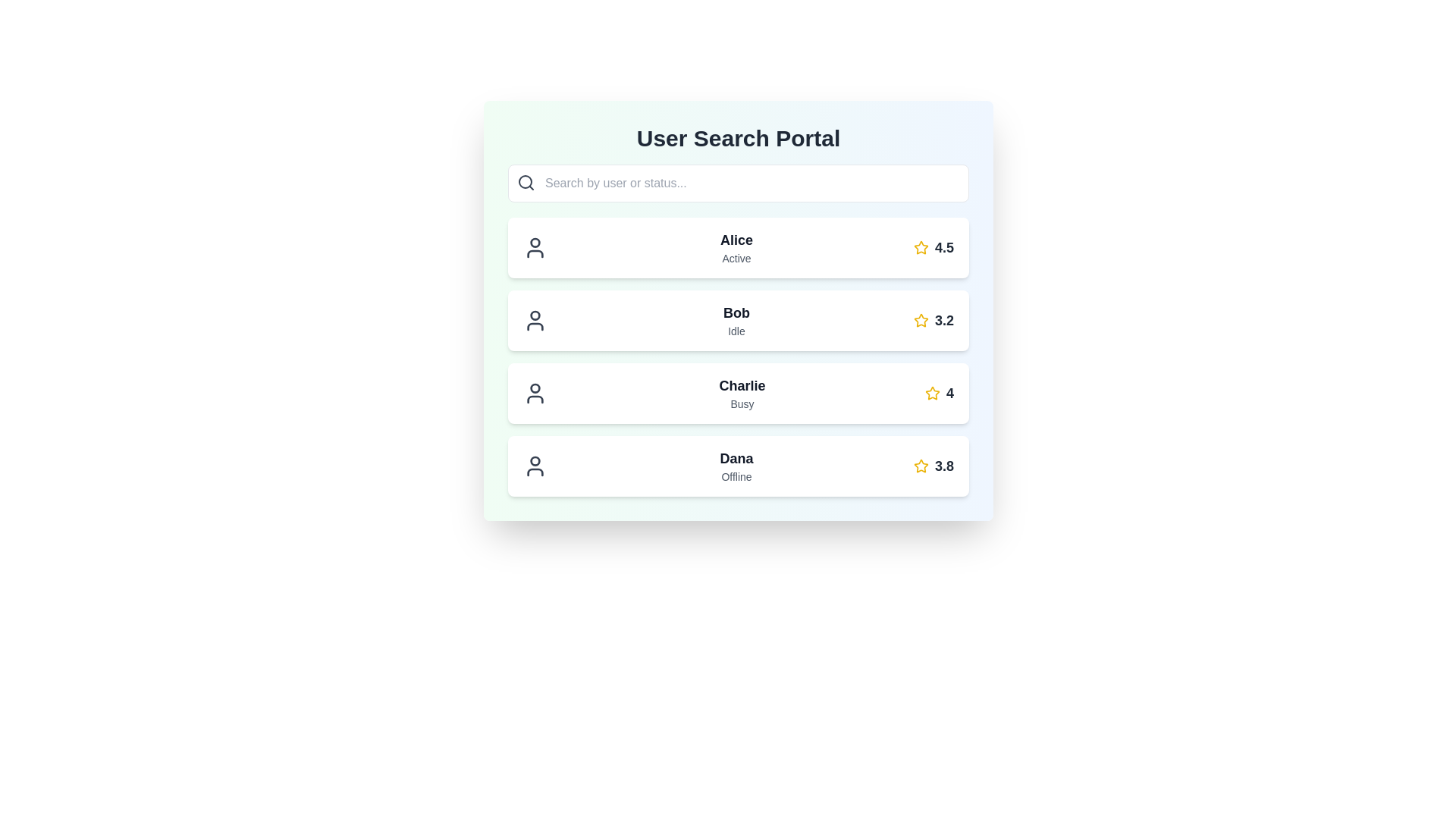 The image size is (1456, 819). I want to click on the non-interactive graphical representation of the user profile for 'Bob', located in the second position of the user list, so click(535, 315).